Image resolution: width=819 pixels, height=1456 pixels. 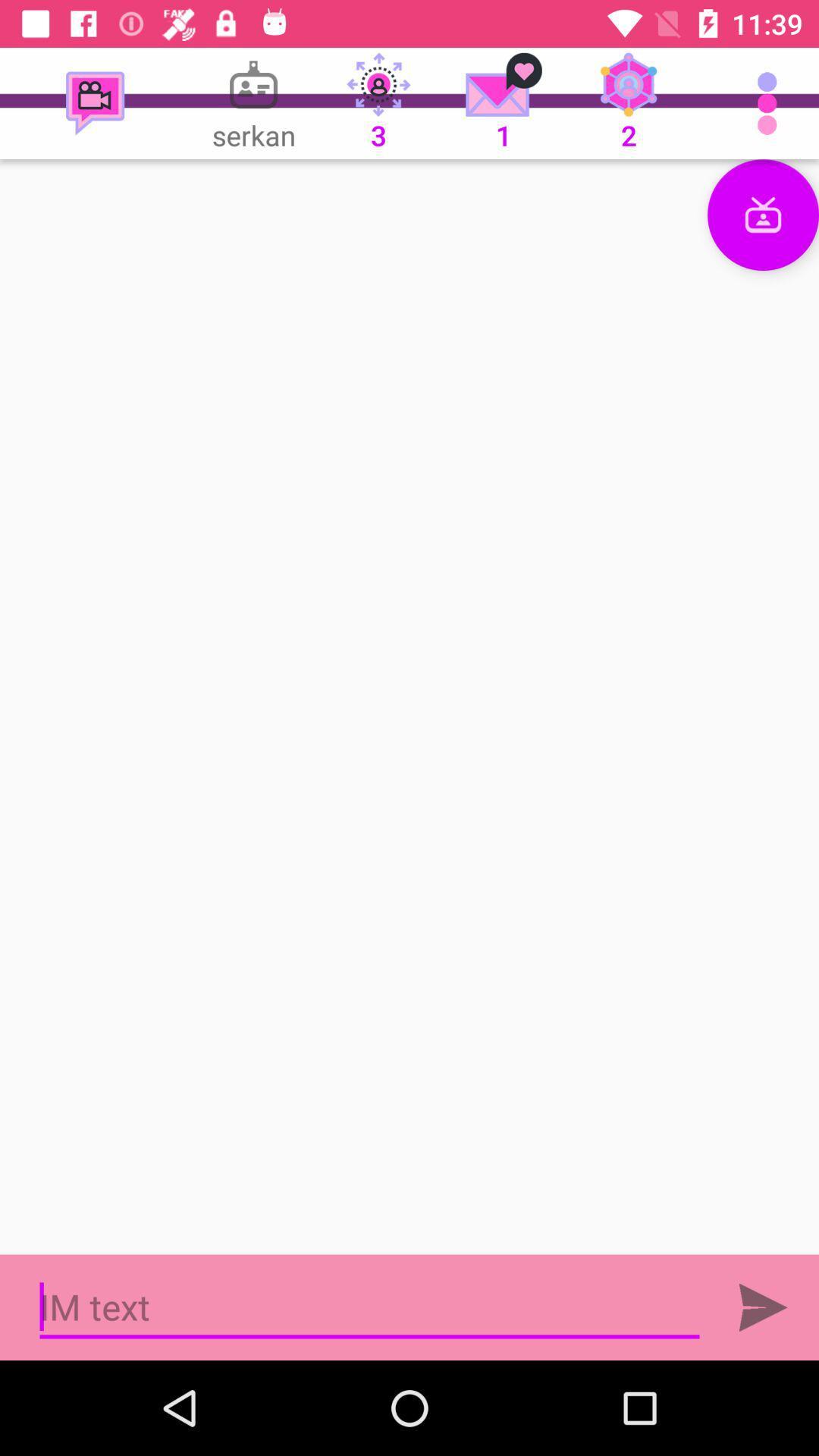 I want to click on send message, so click(x=763, y=1307).